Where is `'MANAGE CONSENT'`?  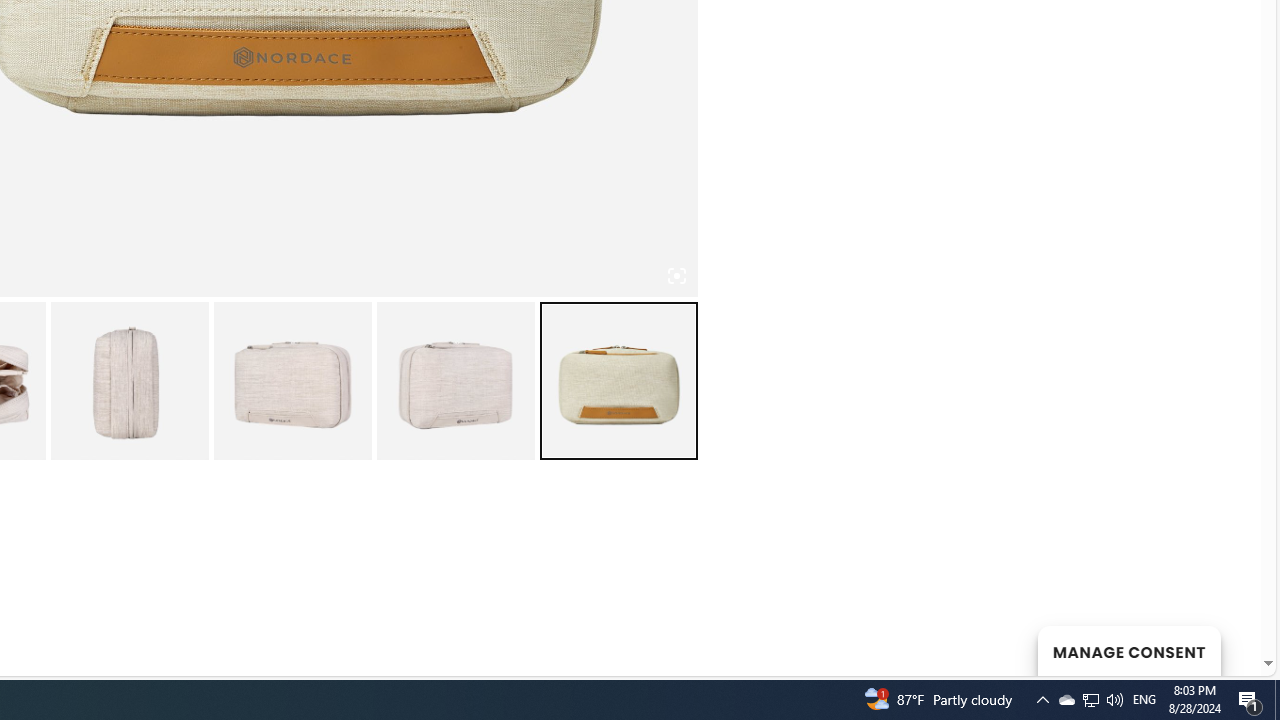 'MANAGE CONSENT' is located at coordinates (1128, 650).